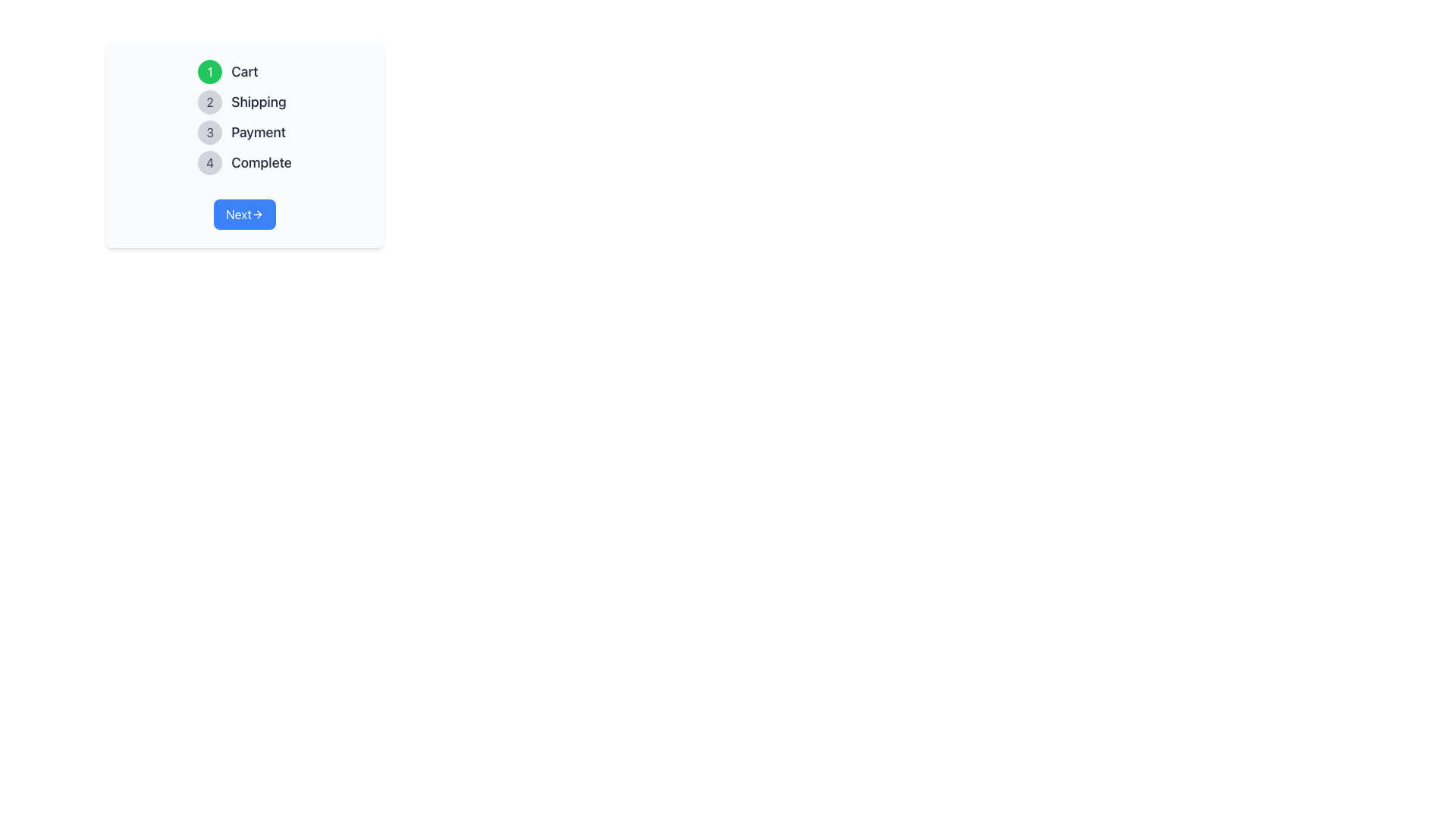 This screenshot has height=819, width=1456. Describe the element at coordinates (244, 214) in the screenshot. I see `the navigation button located at the bottom of the step-based interface` at that location.